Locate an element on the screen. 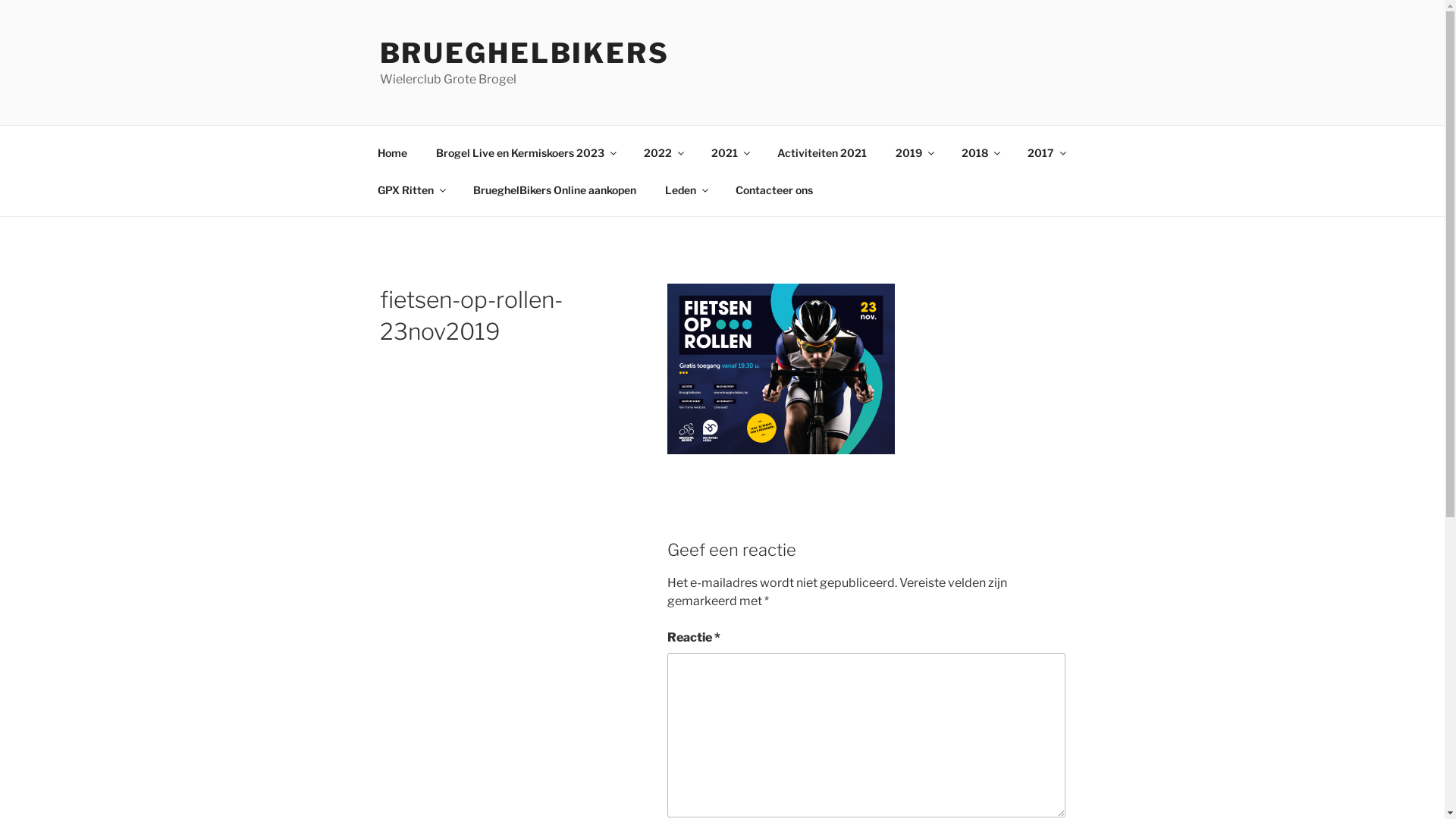 This screenshot has height=819, width=1456. 'BrueghelBikers Online aankopen' is located at coordinates (553, 189).